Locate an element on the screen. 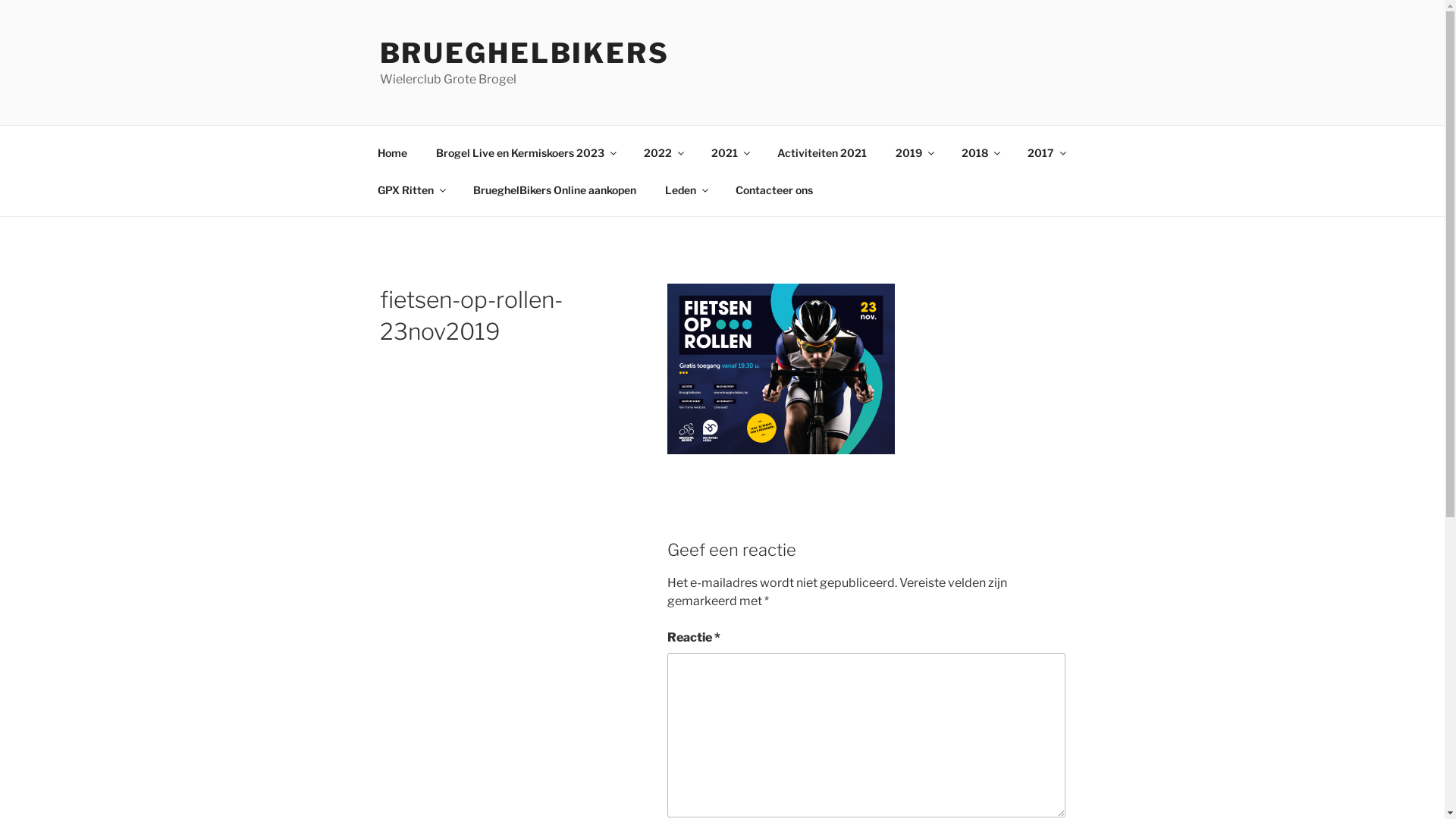 This screenshot has height=819, width=1456. 'BrueghelBikers Online aankopen' is located at coordinates (553, 189).